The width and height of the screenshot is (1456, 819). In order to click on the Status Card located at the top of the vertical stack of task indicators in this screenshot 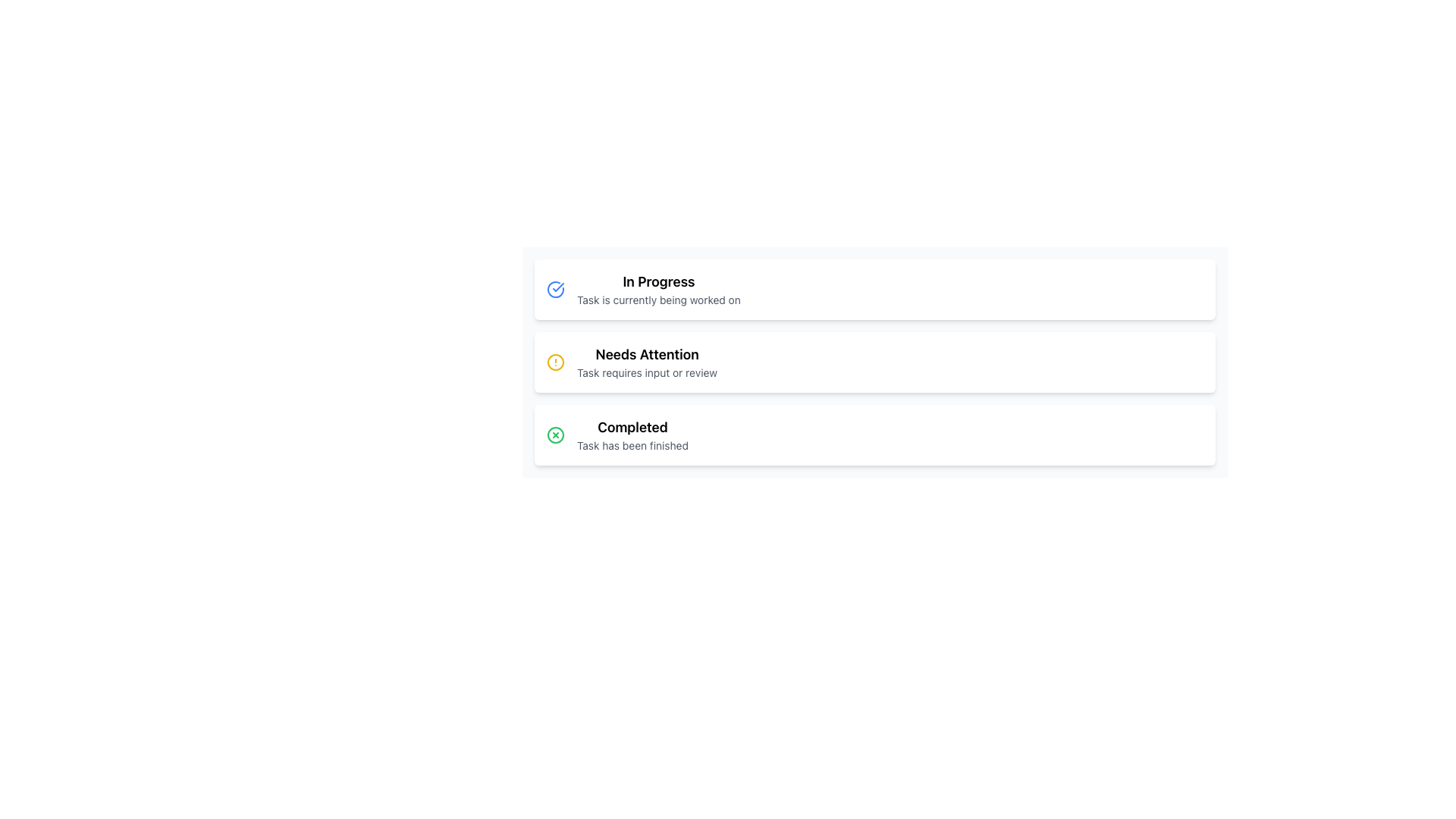, I will do `click(874, 289)`.